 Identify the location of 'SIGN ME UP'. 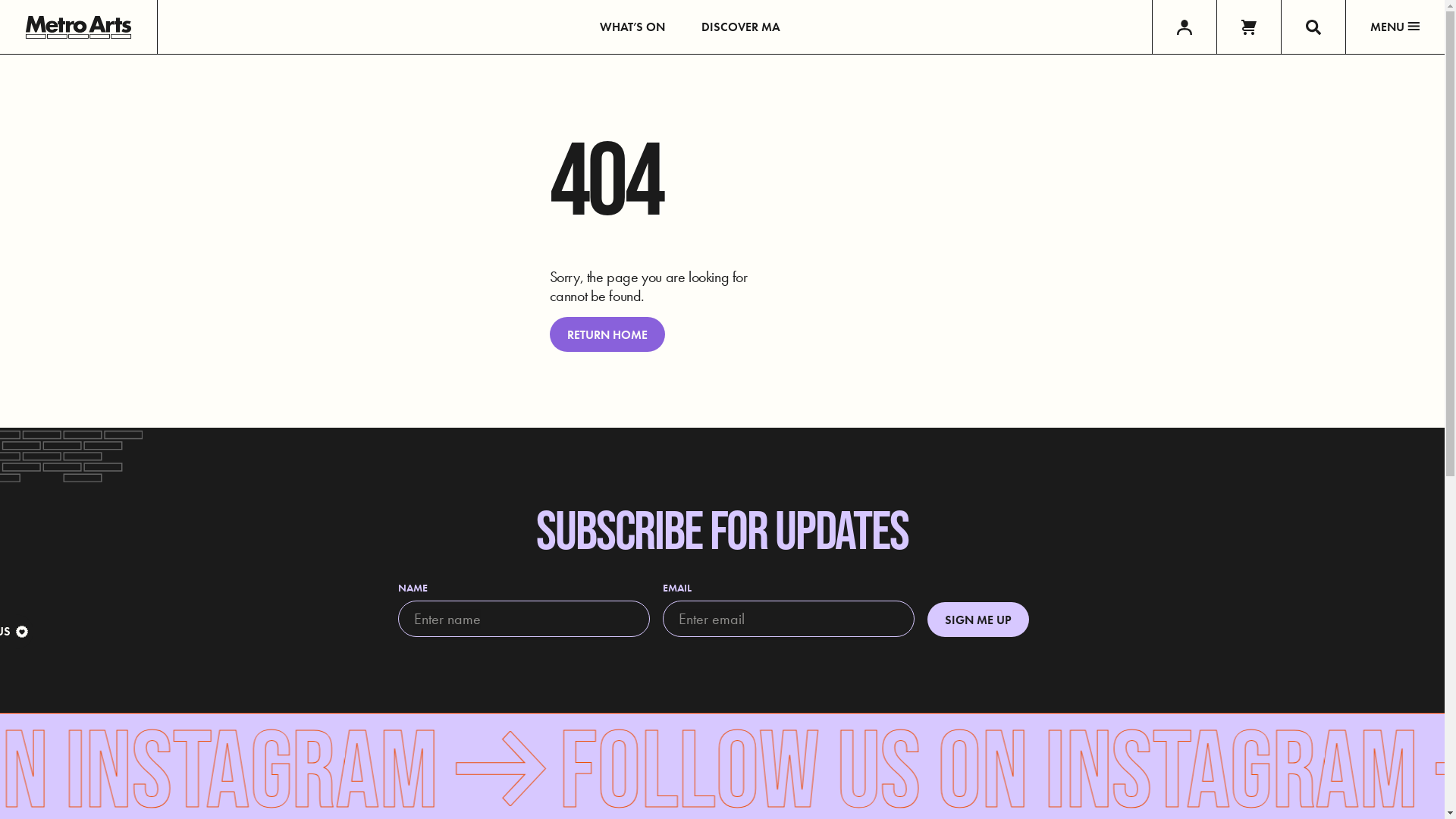
(978, 620).